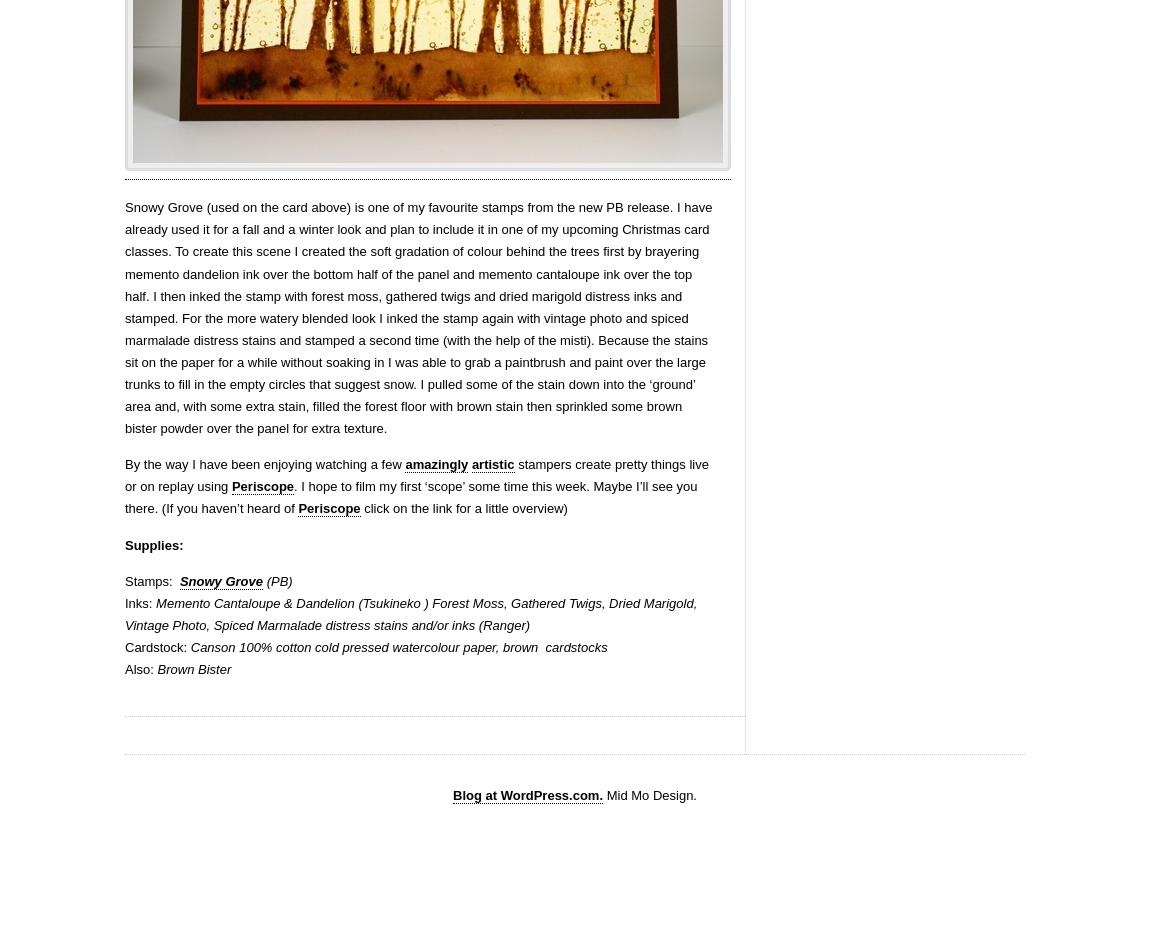 The height and width of the screenshot is (945, 1150). Describe the element at coordinates (492, 464) in the screenshot. I see `'artistic'` at that location.